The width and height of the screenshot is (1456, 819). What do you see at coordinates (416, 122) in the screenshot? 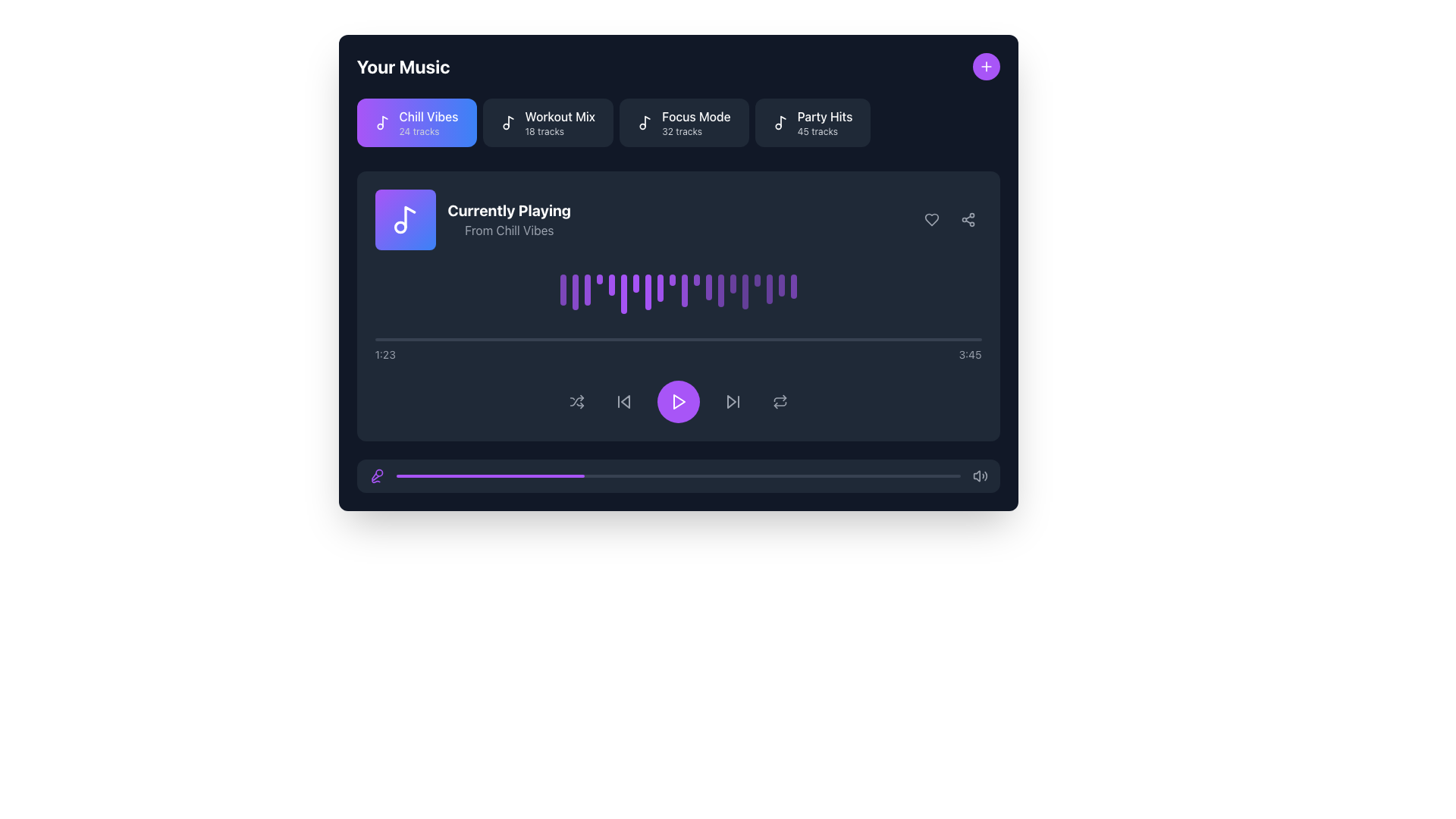
I see `the 'Chill Vibes' playlist button` at bounding box center [416, 122].